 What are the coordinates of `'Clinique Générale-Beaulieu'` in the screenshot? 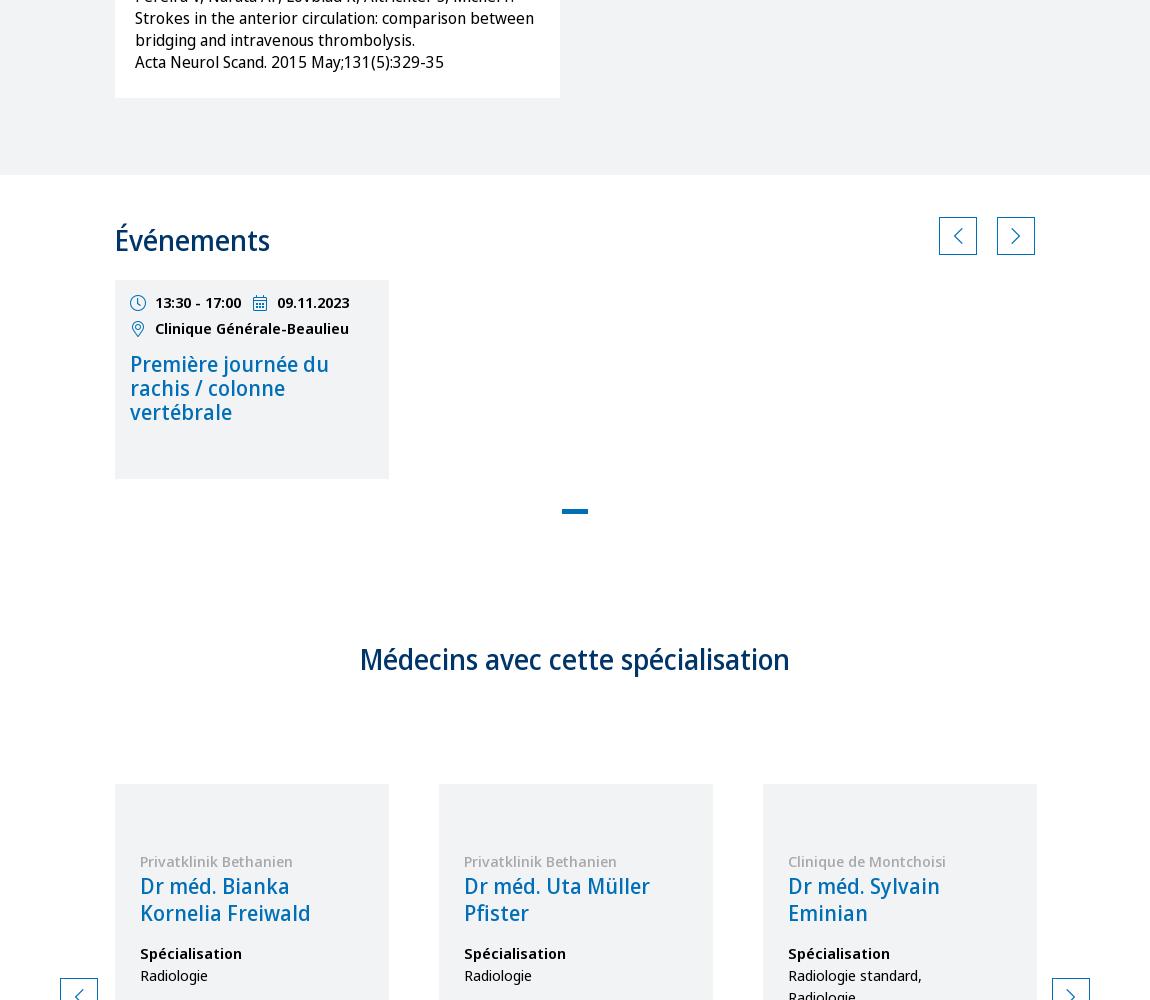 It's located at (154, 326).